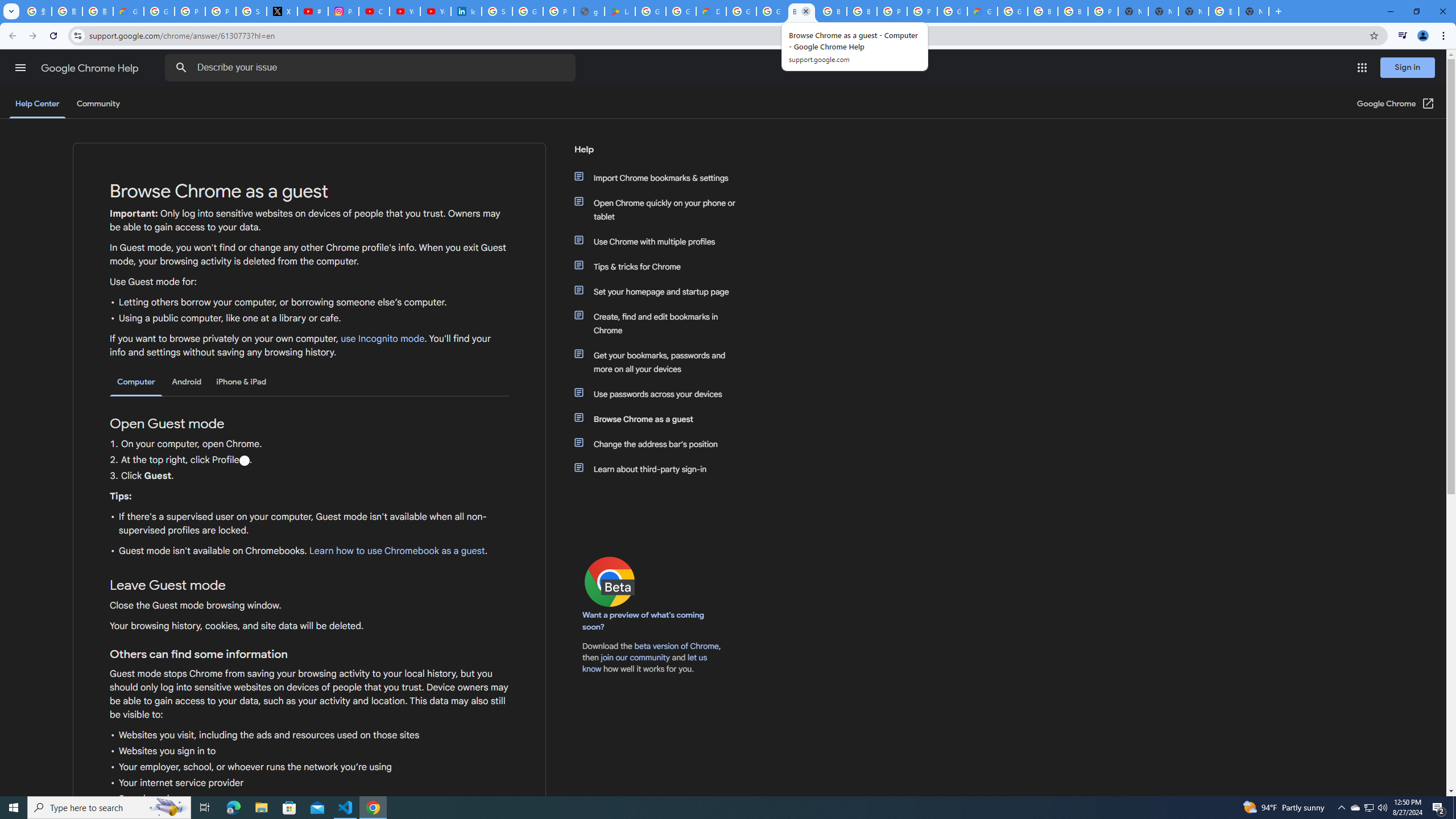 The width and height of the screenshot is (1456, 819). What do you see at coordinates (396, 551) in the screenshot?
I see `'Learn how to use Chromebook as a guest'` at bounding box center [396, 551].